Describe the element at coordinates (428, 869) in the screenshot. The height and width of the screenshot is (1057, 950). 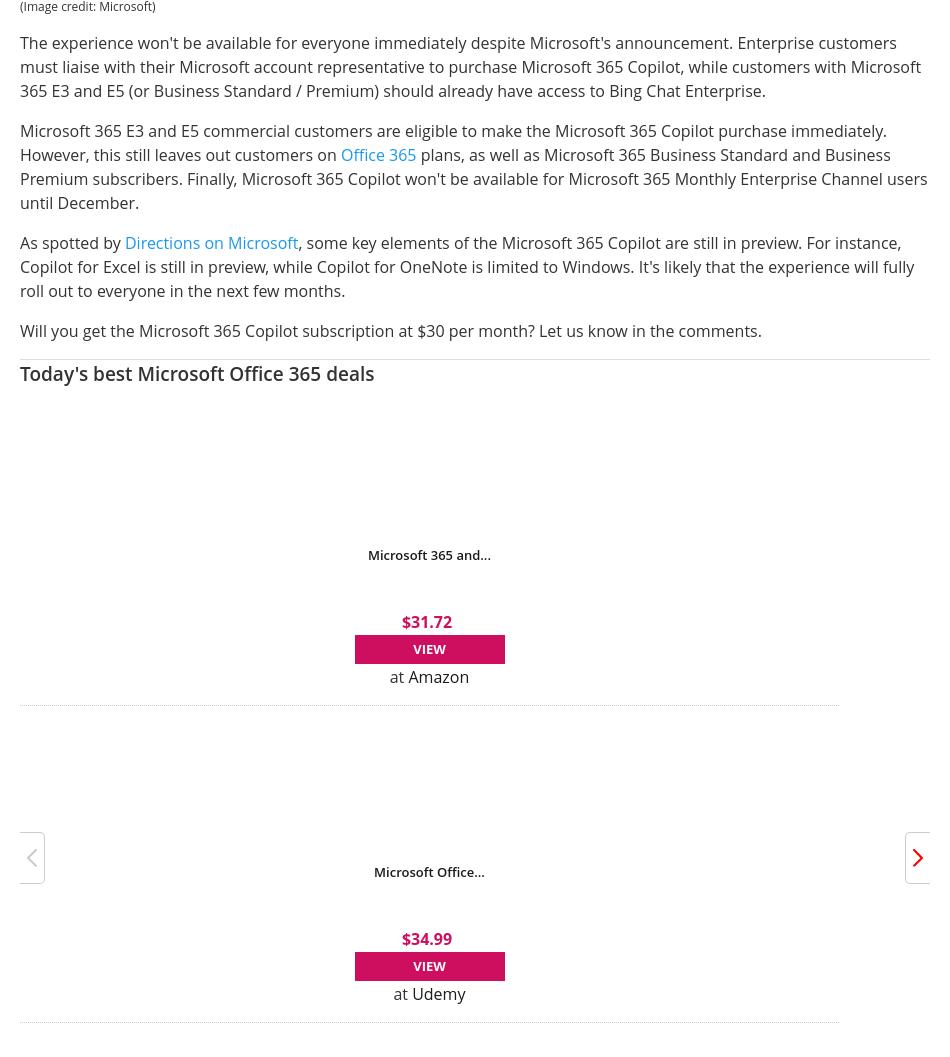
I see `'Microsoft Office...'` at that location.